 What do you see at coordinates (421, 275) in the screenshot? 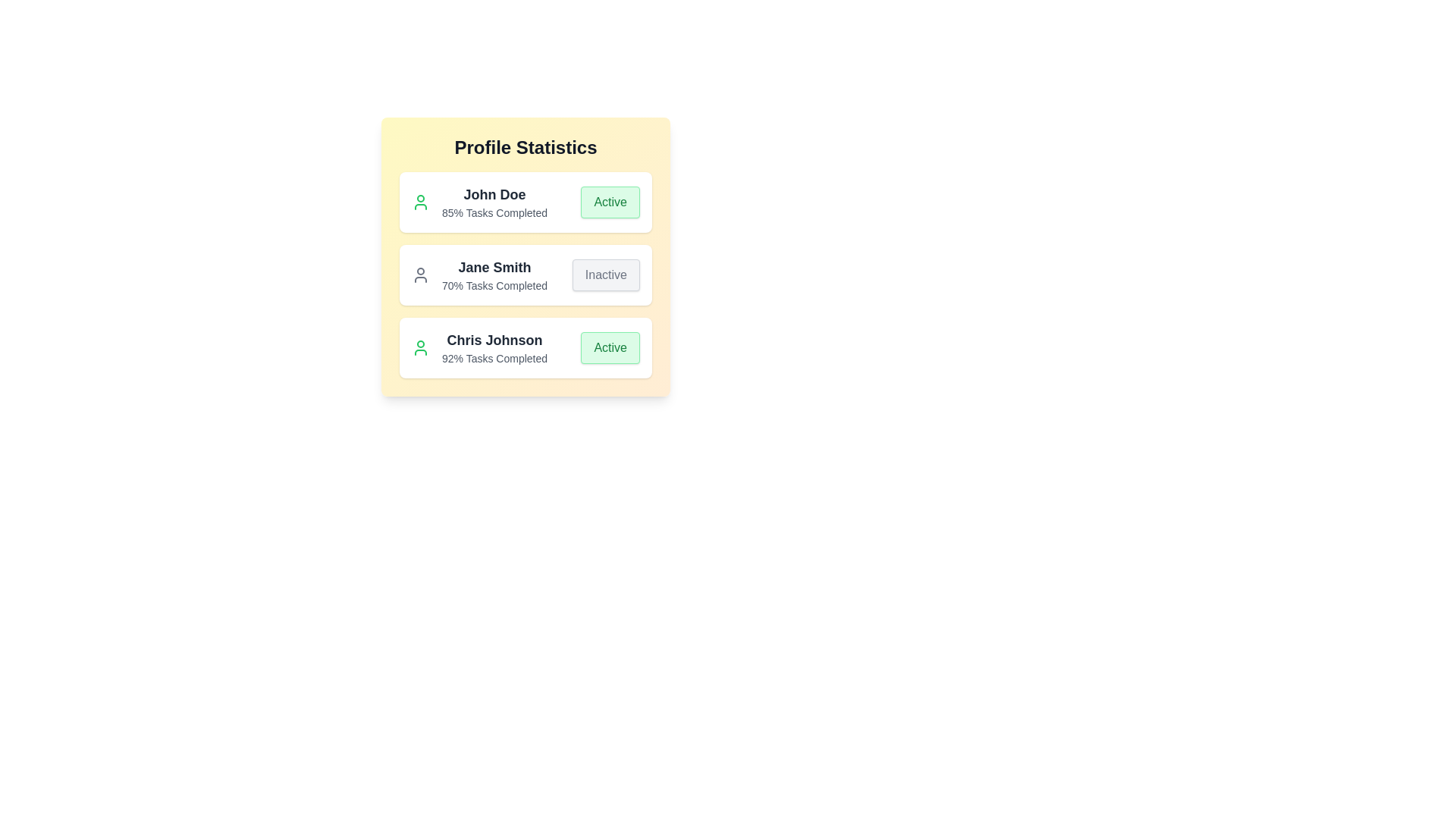
I see `the user icon for Jane Smith to explore additional interactions` at bounding box center [421, 275].